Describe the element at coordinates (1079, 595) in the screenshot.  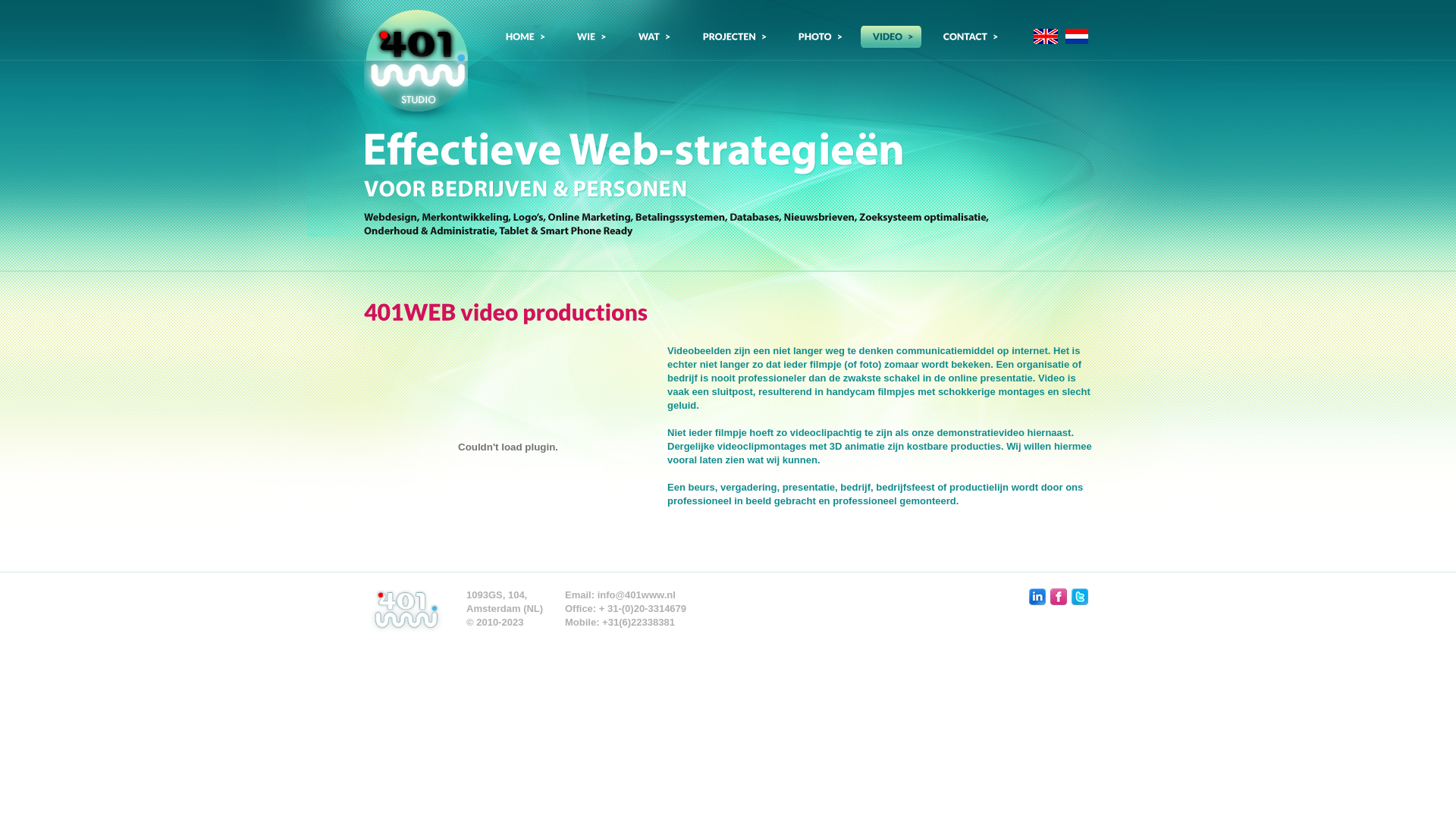
I see `'twitter'` at that location.